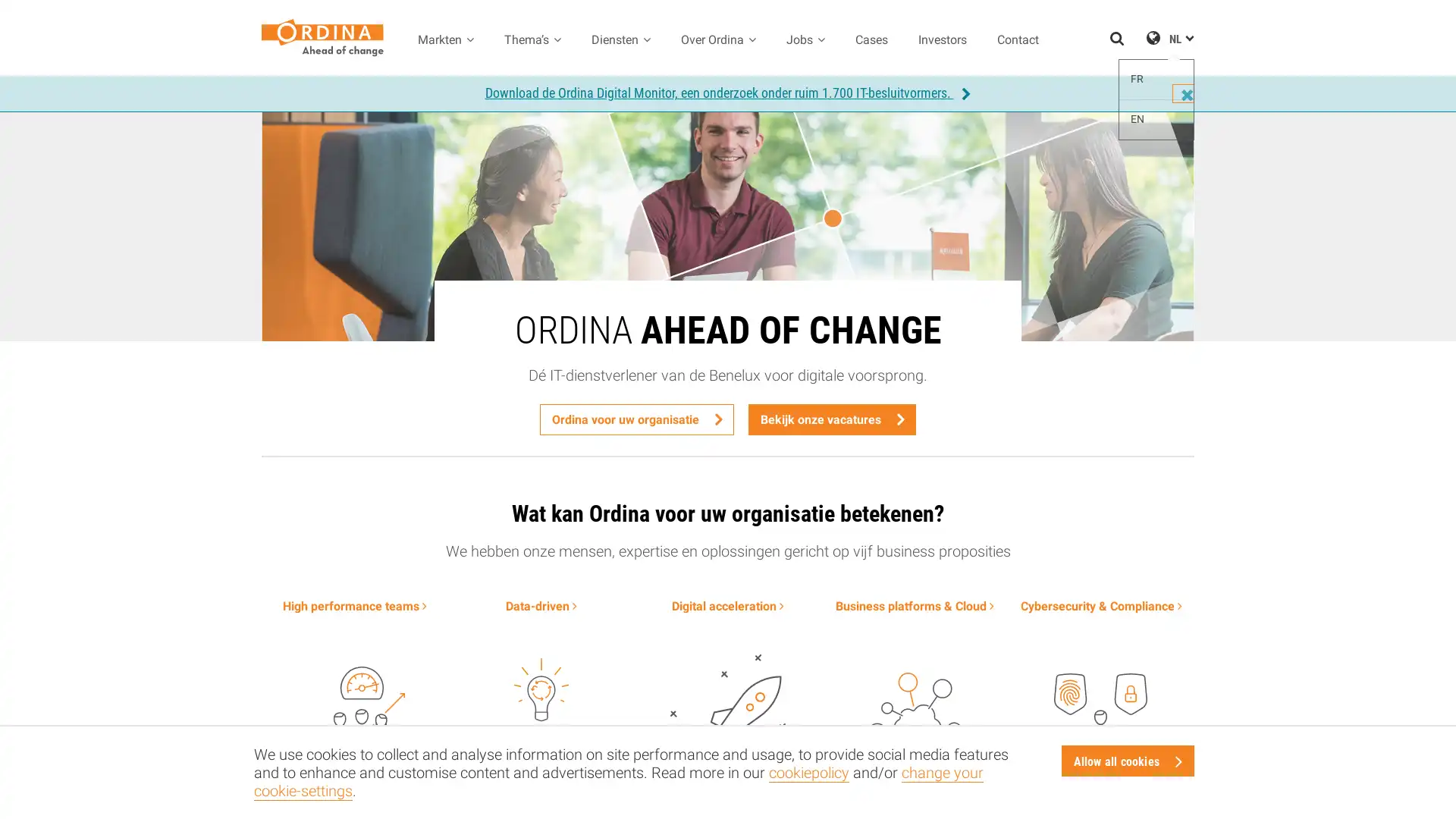 The image size is (1456, 819). I want to click on Allow all cookies, so click(1128, 761).